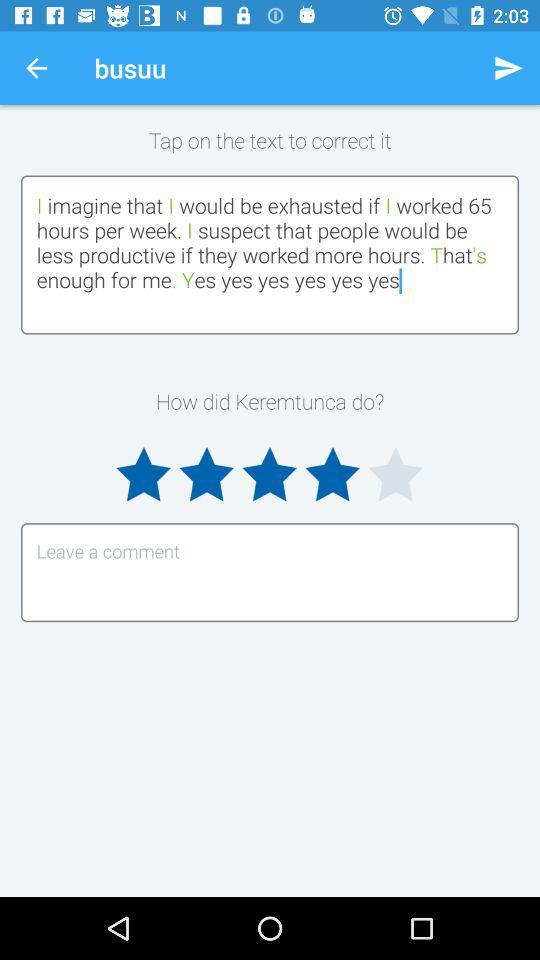 Image resolution: width=540 pixels, height=960 pixels. Describe the element at coordinates (36, 68) in the screenshot. I see `the item above the tap on the` at that location.